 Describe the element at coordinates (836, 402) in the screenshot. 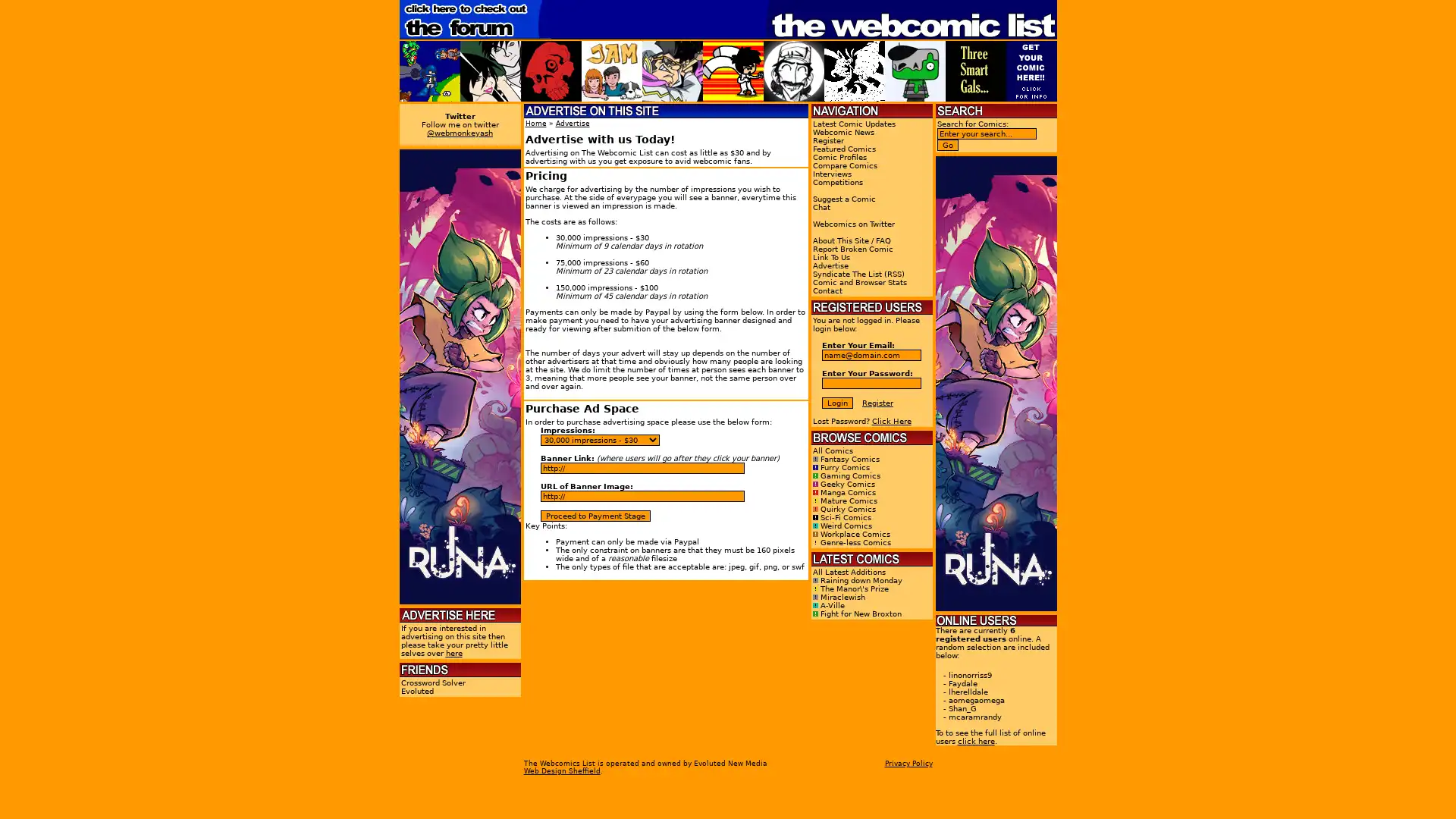

I see `Login` at that location.